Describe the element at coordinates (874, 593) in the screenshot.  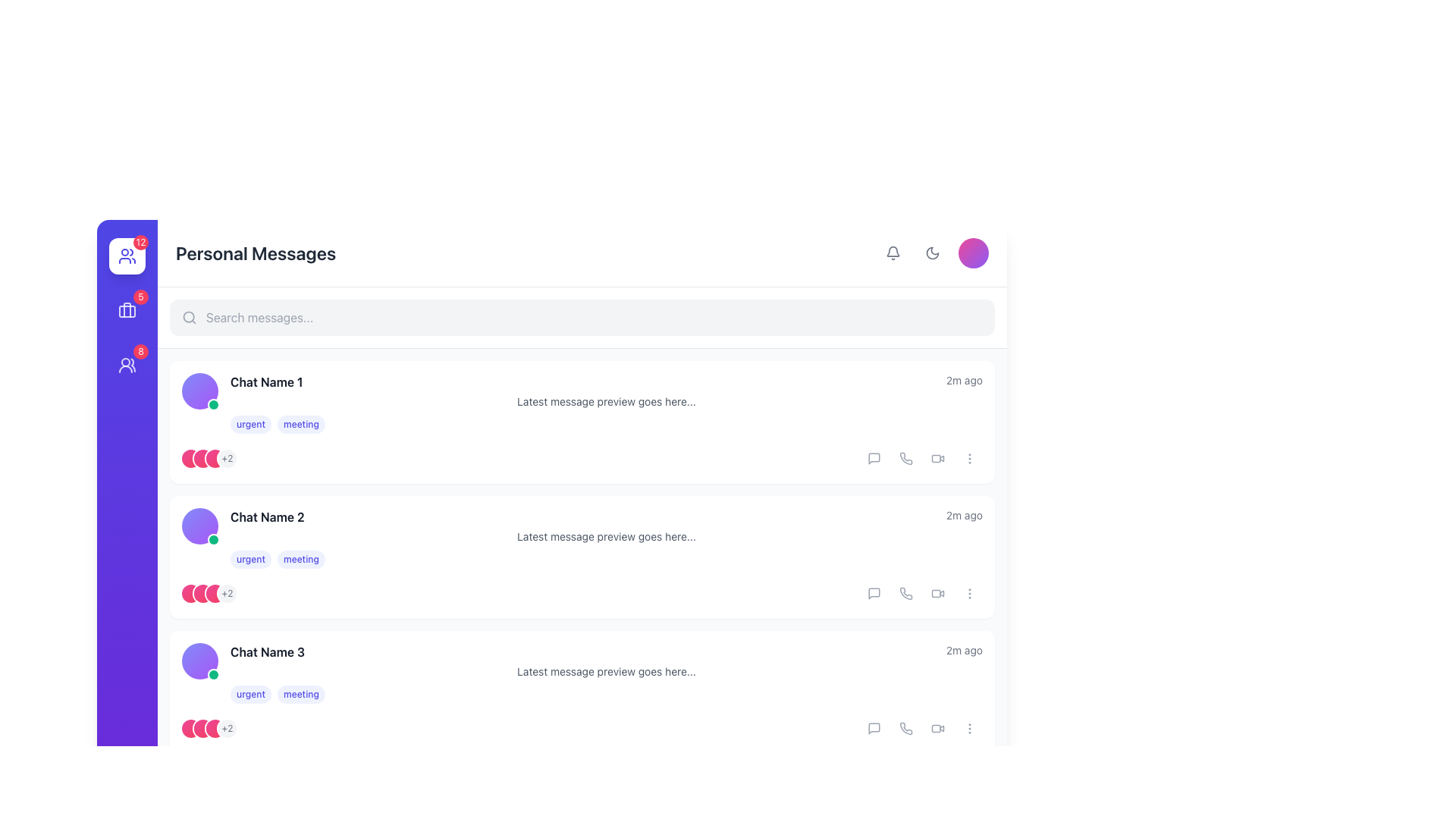
I see `the messaging icon located in the third chat entry from the top, positioned to the far right between the video call and more options icons` at that location.